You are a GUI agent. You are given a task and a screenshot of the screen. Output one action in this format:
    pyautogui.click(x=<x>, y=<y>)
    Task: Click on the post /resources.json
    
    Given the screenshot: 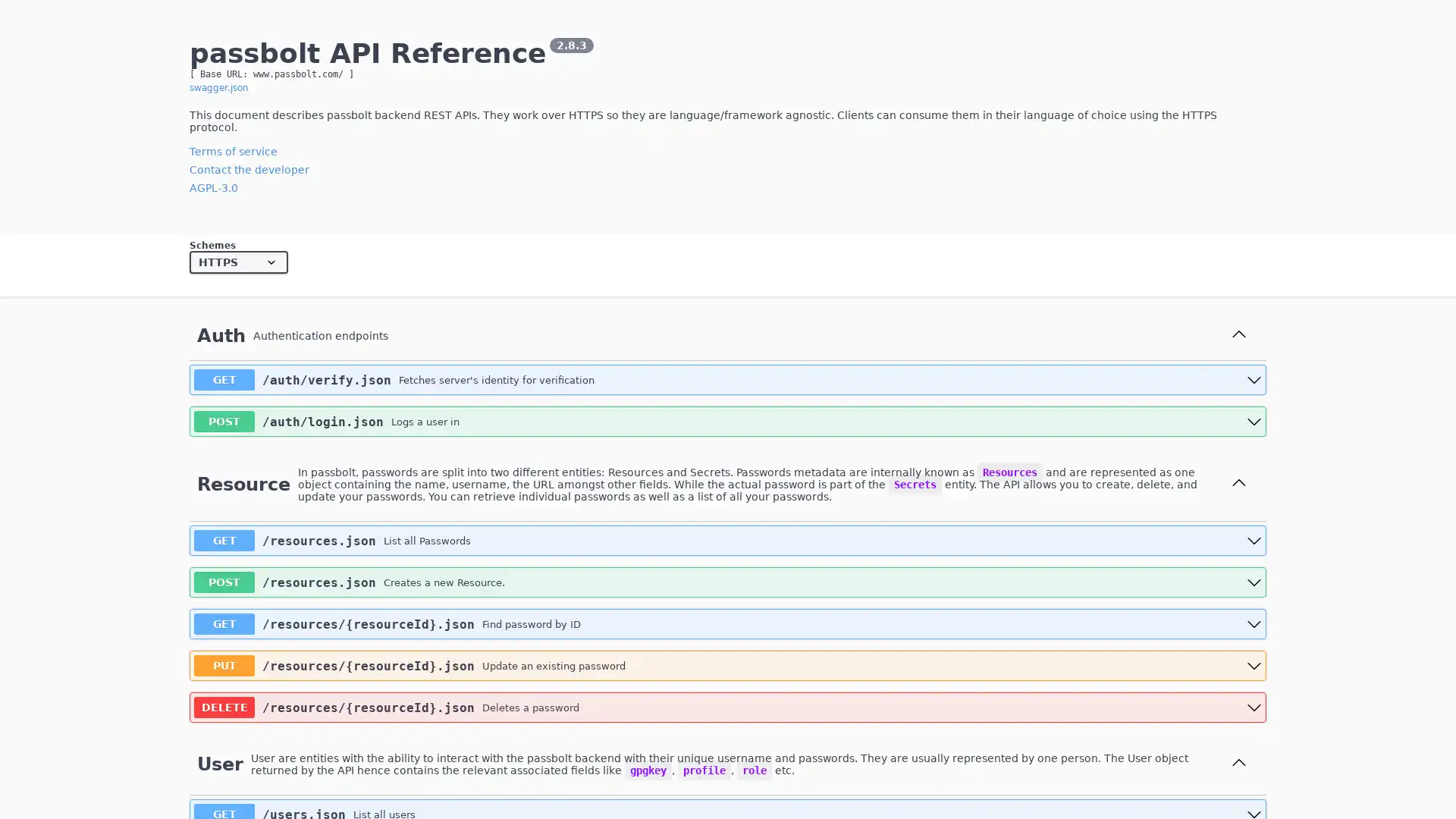 What is the action you would take?
    pyautogui.click(x=728, y=581)
    